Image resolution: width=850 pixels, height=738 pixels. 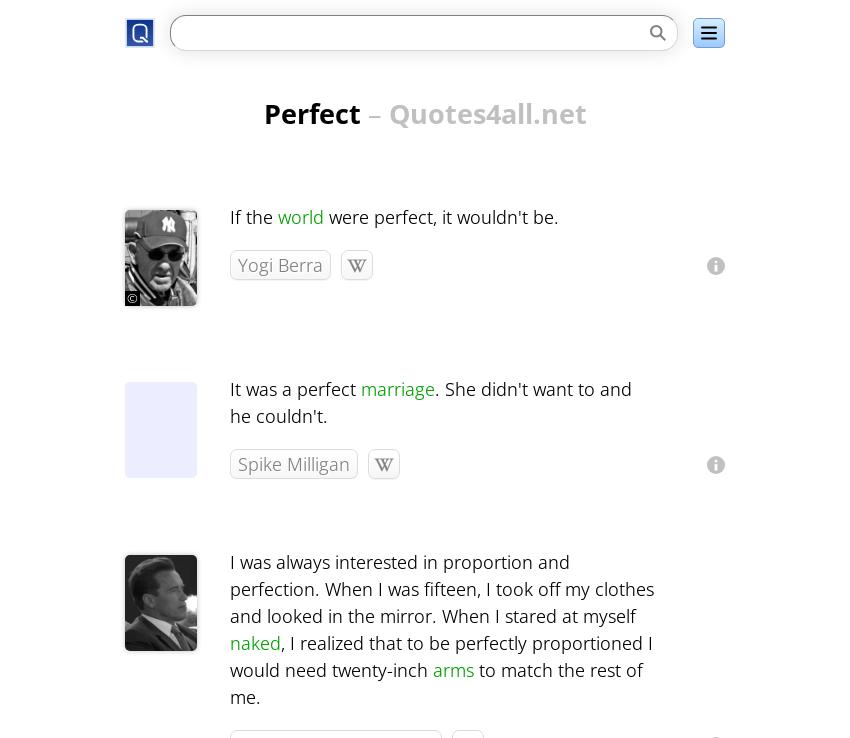 I want to click on 'to match the rest of me.', so click(x=435, y=682).